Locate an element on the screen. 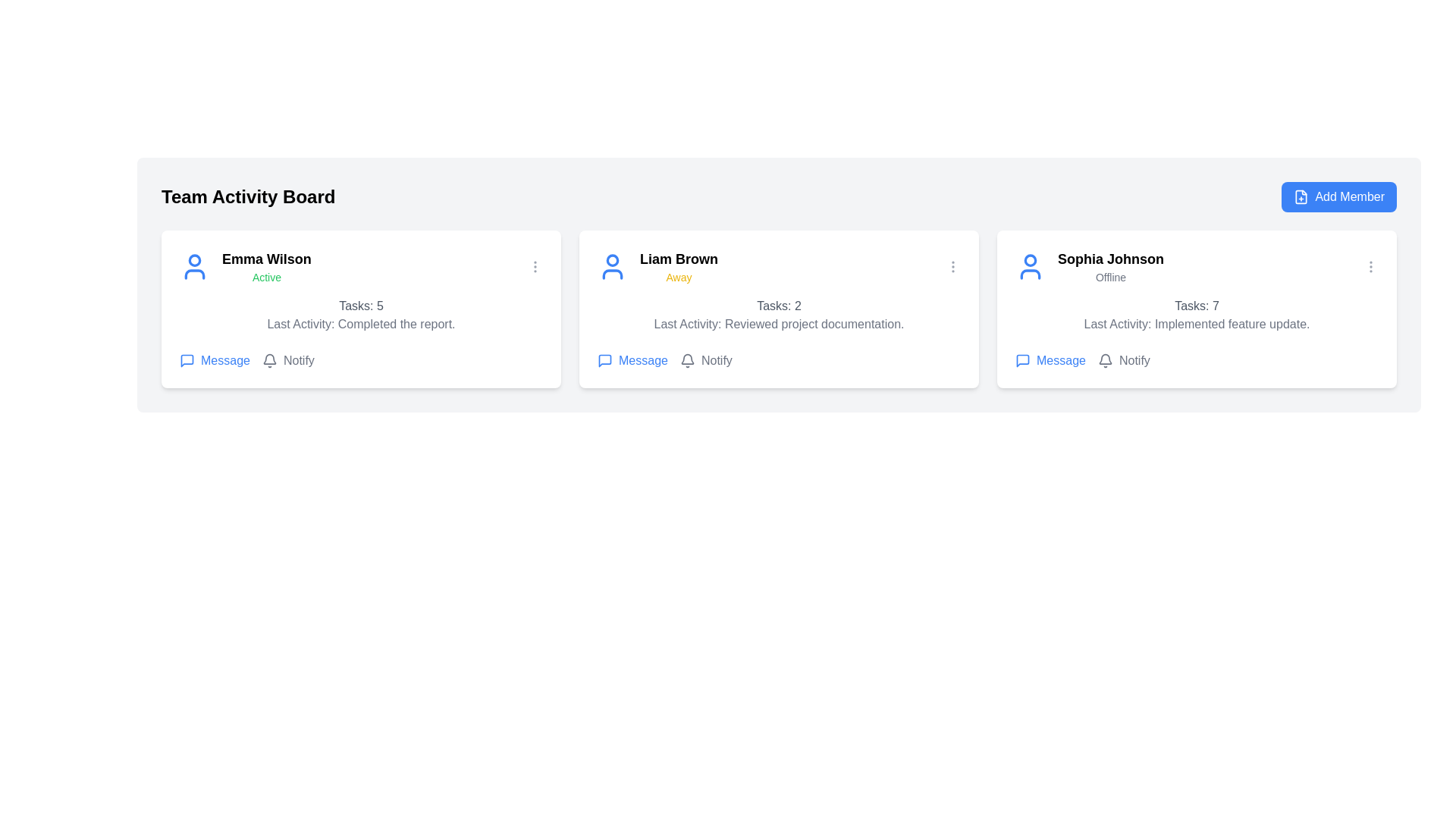  the head of the avatar icon is located at coordinates (194, 259).